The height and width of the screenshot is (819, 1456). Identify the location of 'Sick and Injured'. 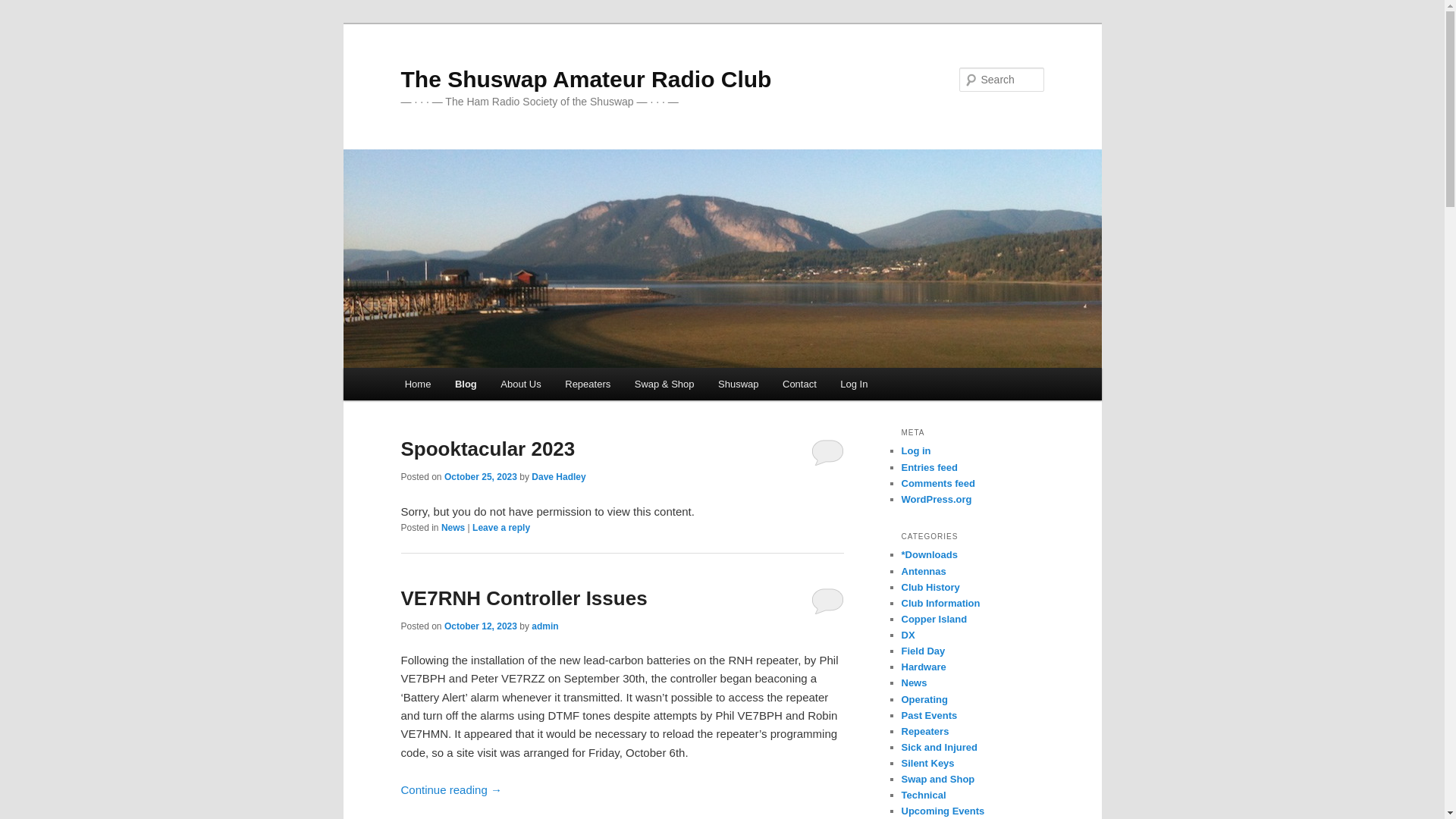
(938, 746).